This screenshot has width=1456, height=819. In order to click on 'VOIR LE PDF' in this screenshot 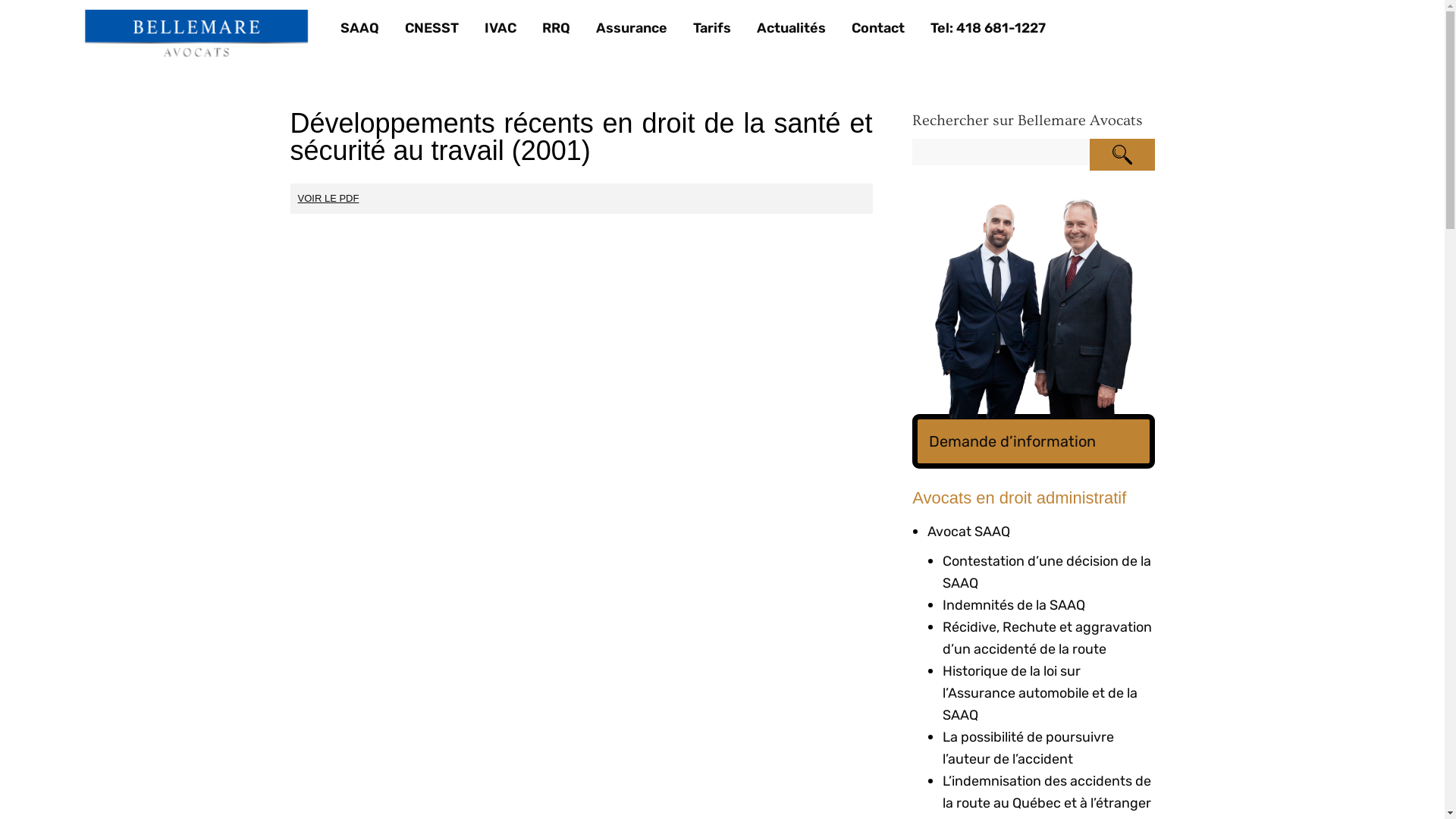, I will do `click(328, 197)`.